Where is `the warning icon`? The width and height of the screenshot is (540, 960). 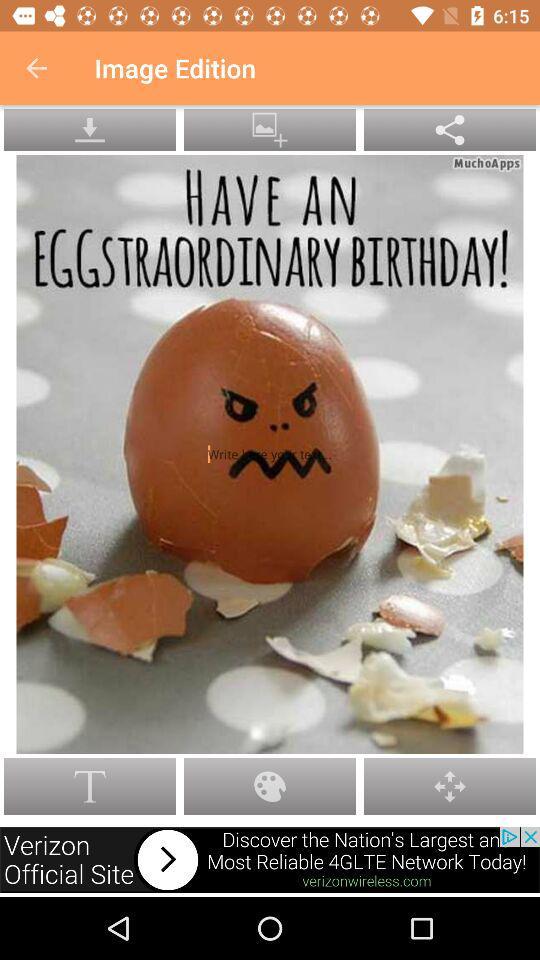
the warning icon is located at coordinates (89, 128).